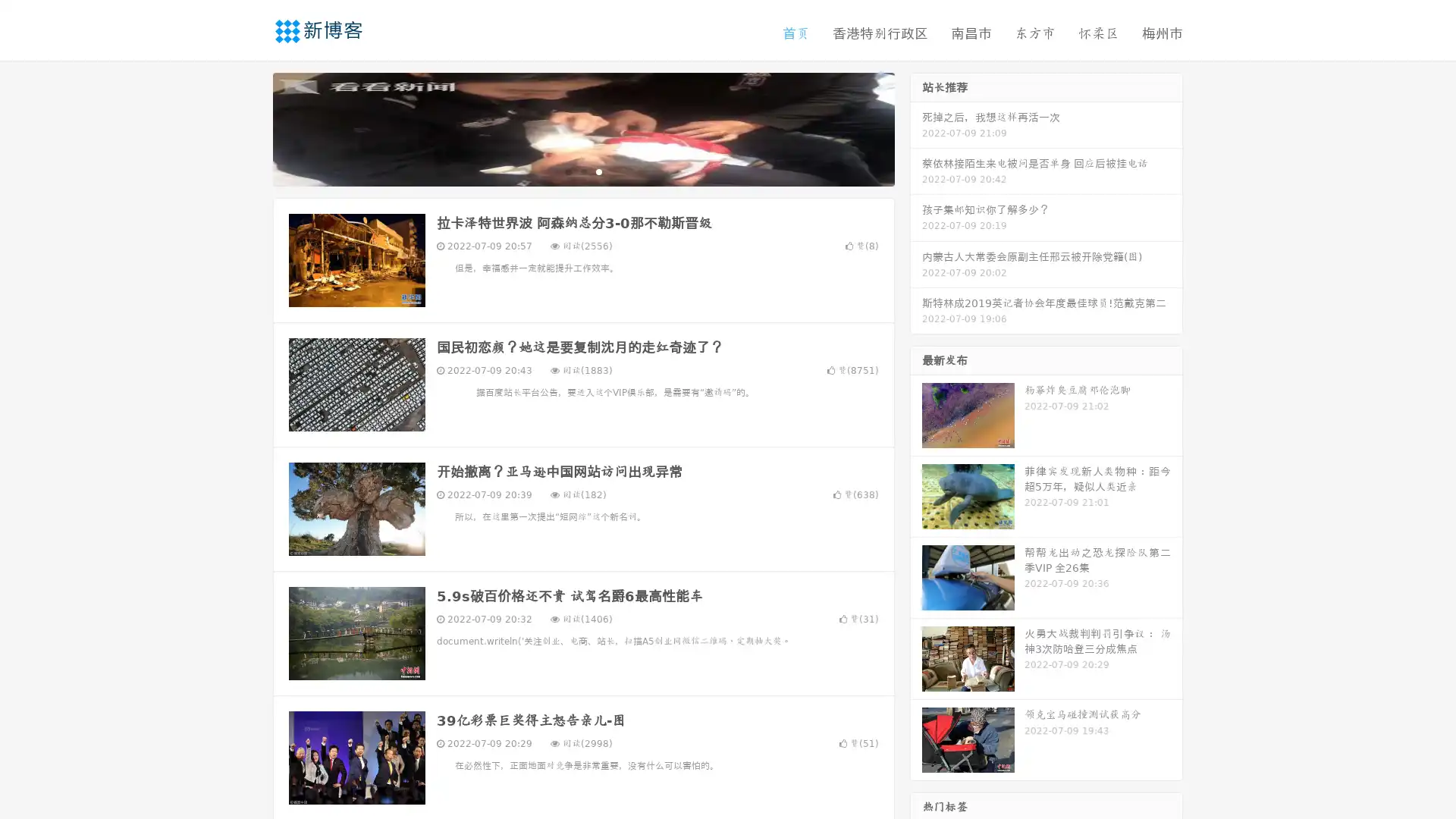 This screenshot has width=1456, height=819. I want to click on Previous slide, so click(250, 127).